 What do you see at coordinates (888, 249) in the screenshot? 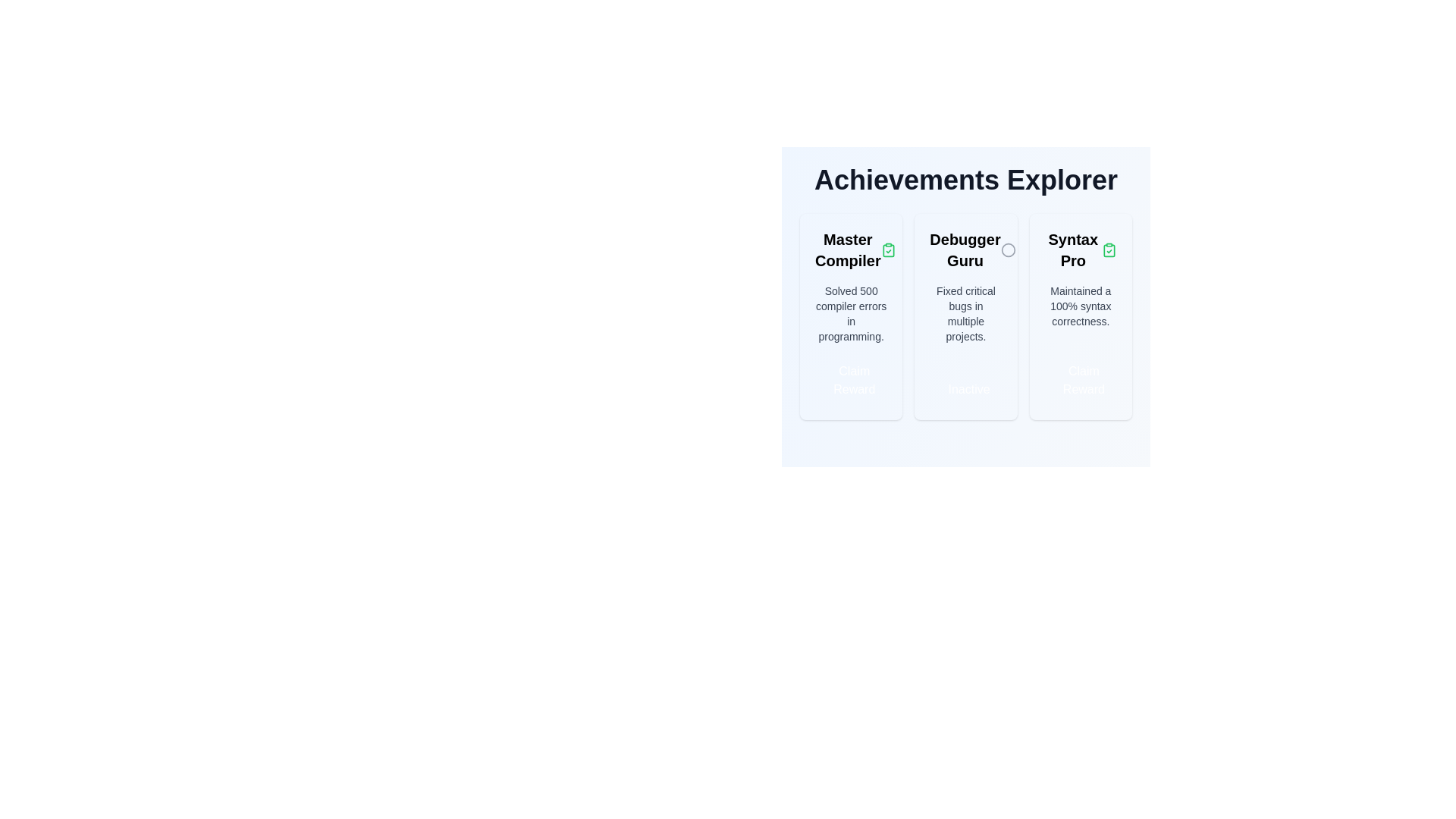
I see `the achievement completion icon located to the right of the 'Master Compiler' text, indicating the successful completion of the achievement` at bounding box center [888, 249].